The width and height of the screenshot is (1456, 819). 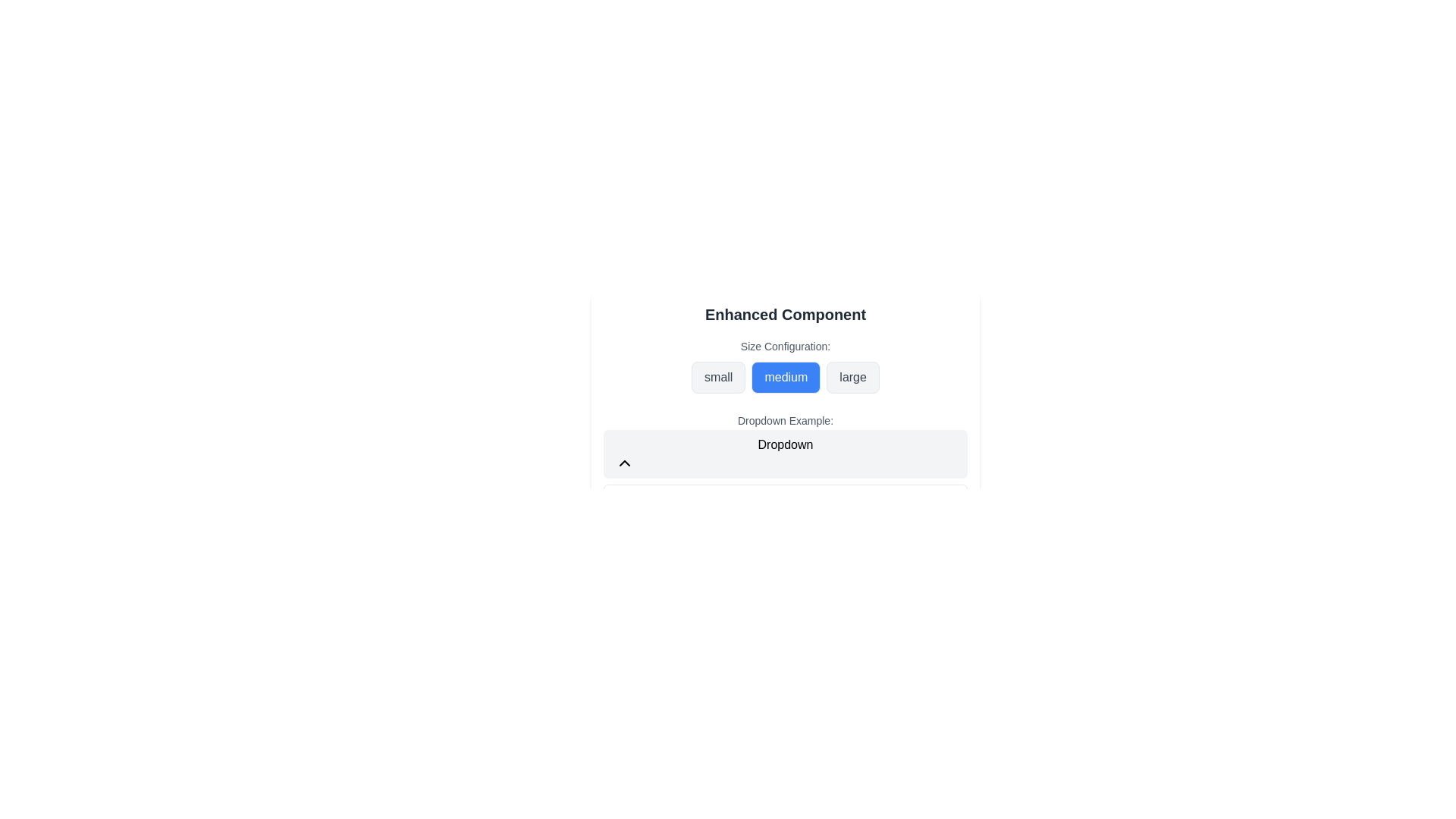 What do you see at coordinates (786, 453) in the screenshot?
I see `the 'Dropdown' button with a gray background and rounded corners` at bounding box center [786, 453].